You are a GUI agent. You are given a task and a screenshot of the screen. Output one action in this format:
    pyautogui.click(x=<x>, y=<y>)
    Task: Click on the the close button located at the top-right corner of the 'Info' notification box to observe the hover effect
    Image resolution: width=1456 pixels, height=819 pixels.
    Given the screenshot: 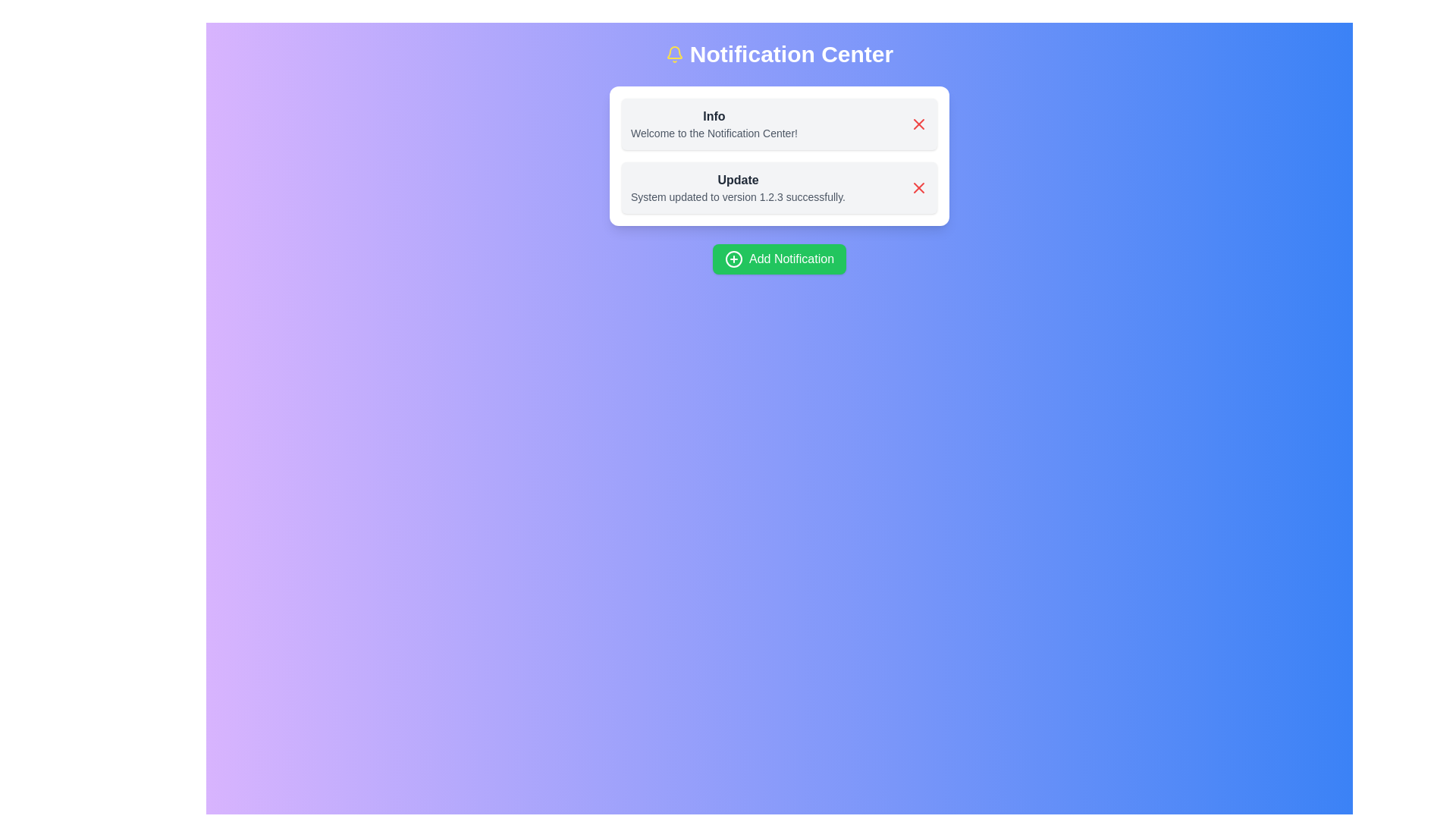 What is the action you would take?
    pyautogui.click(x=918, y=124)
    